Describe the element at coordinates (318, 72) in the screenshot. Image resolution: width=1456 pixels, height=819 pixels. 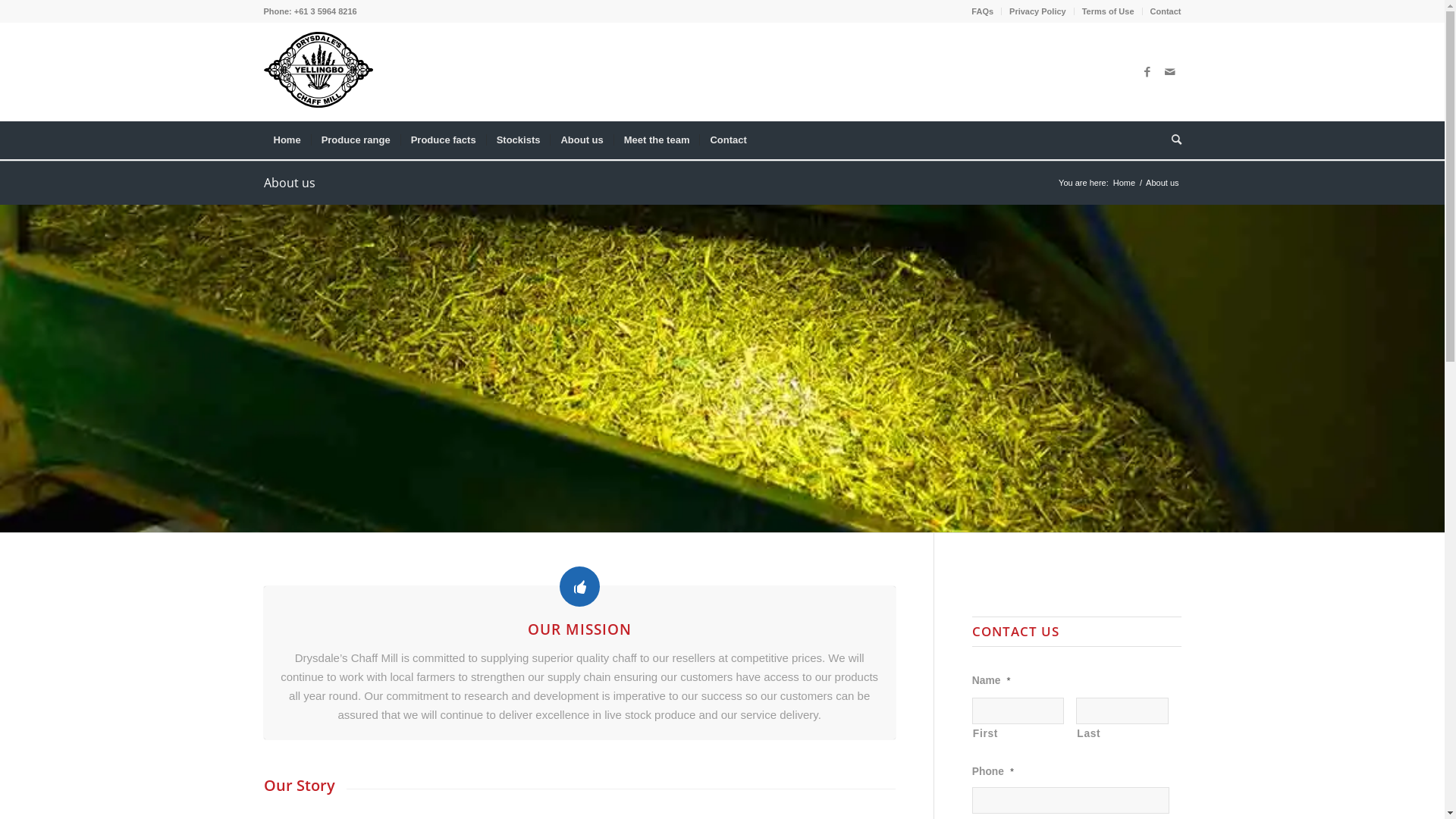
I see `'DCM-logo-for-website'` at that location.